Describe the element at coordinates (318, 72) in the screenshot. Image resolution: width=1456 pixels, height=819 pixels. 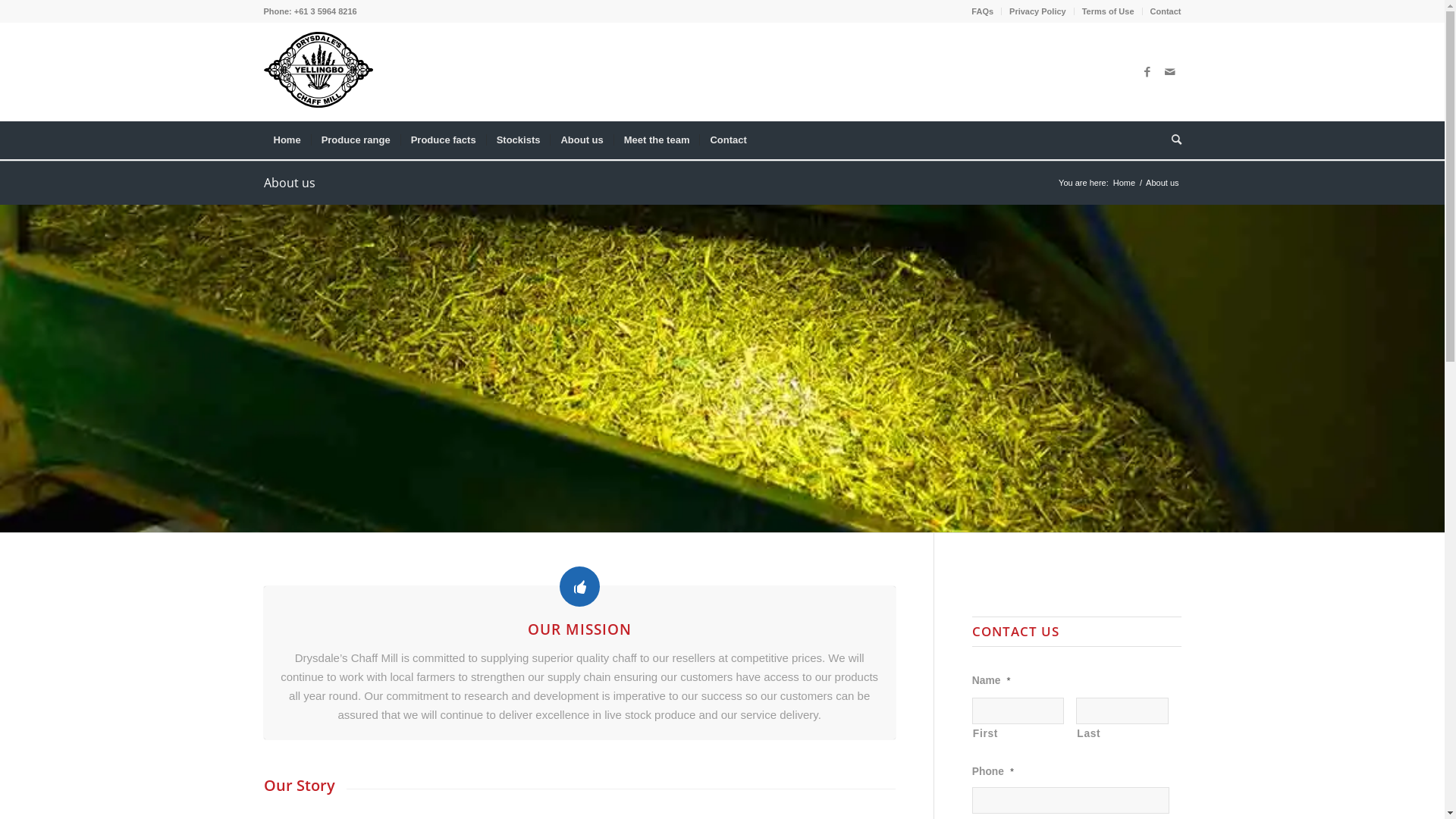
I see `'DCM-logo-for-website'` at that location.